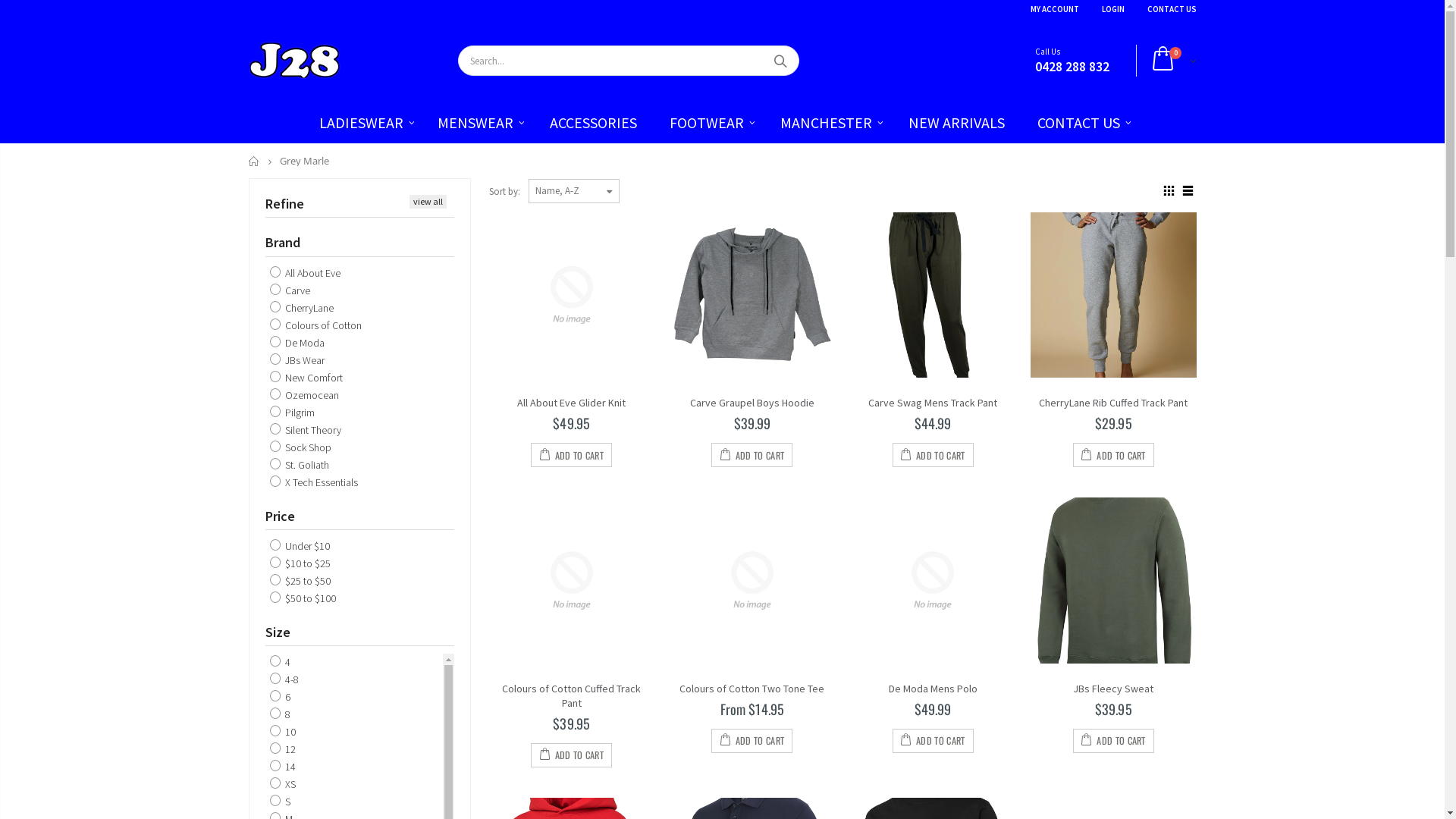  I want to click on 'All About Eve', so click(269, 271).